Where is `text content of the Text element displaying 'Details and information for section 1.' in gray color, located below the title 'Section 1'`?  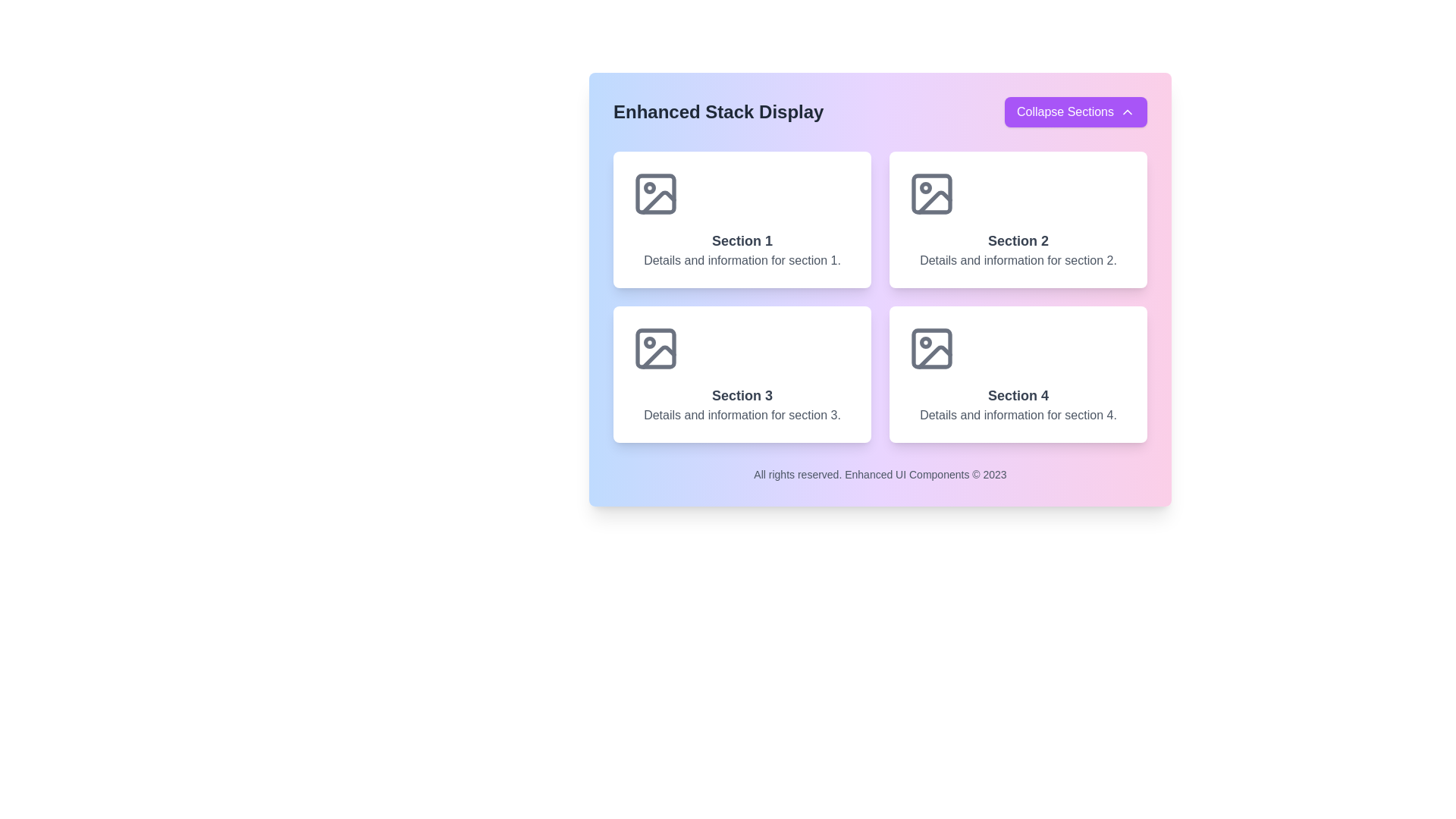 text content of the Text element displaying 'Details and information for section 1.' in gray color, located below the title 'Section 1' is located at coordinates (742, 259).